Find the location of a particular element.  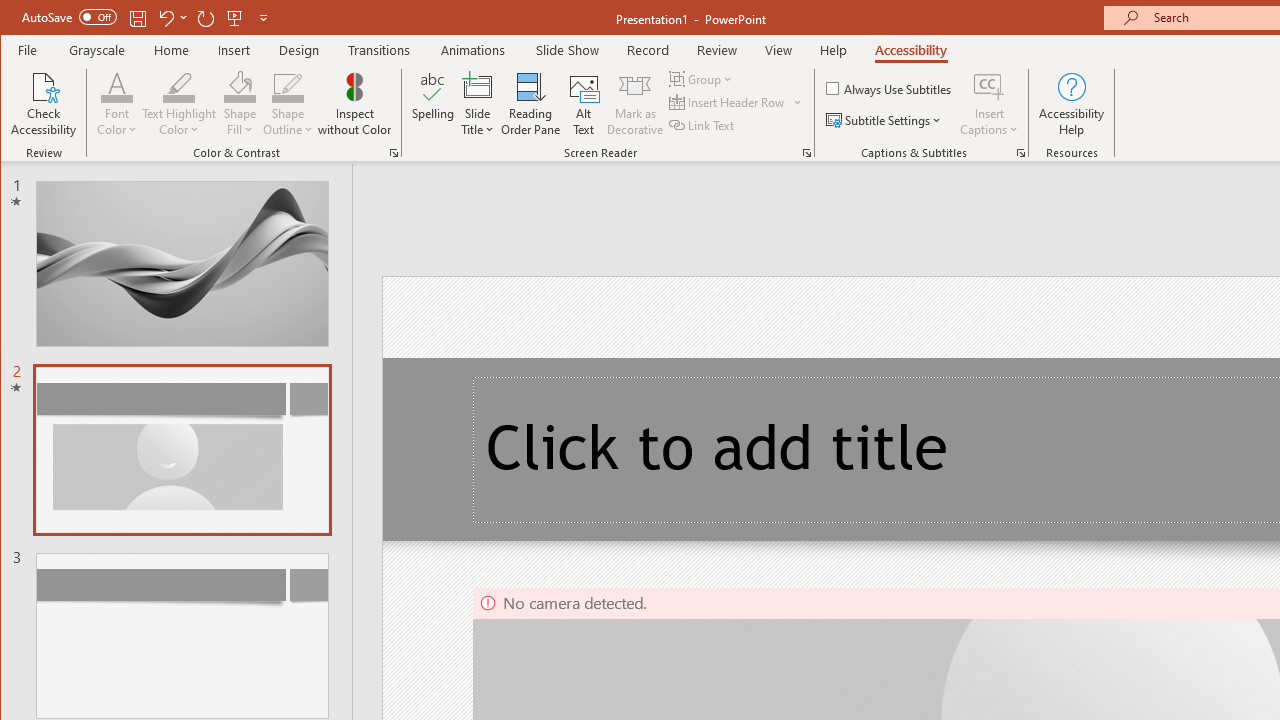

'Color & Contrast' is located at coordinates (394, 152).